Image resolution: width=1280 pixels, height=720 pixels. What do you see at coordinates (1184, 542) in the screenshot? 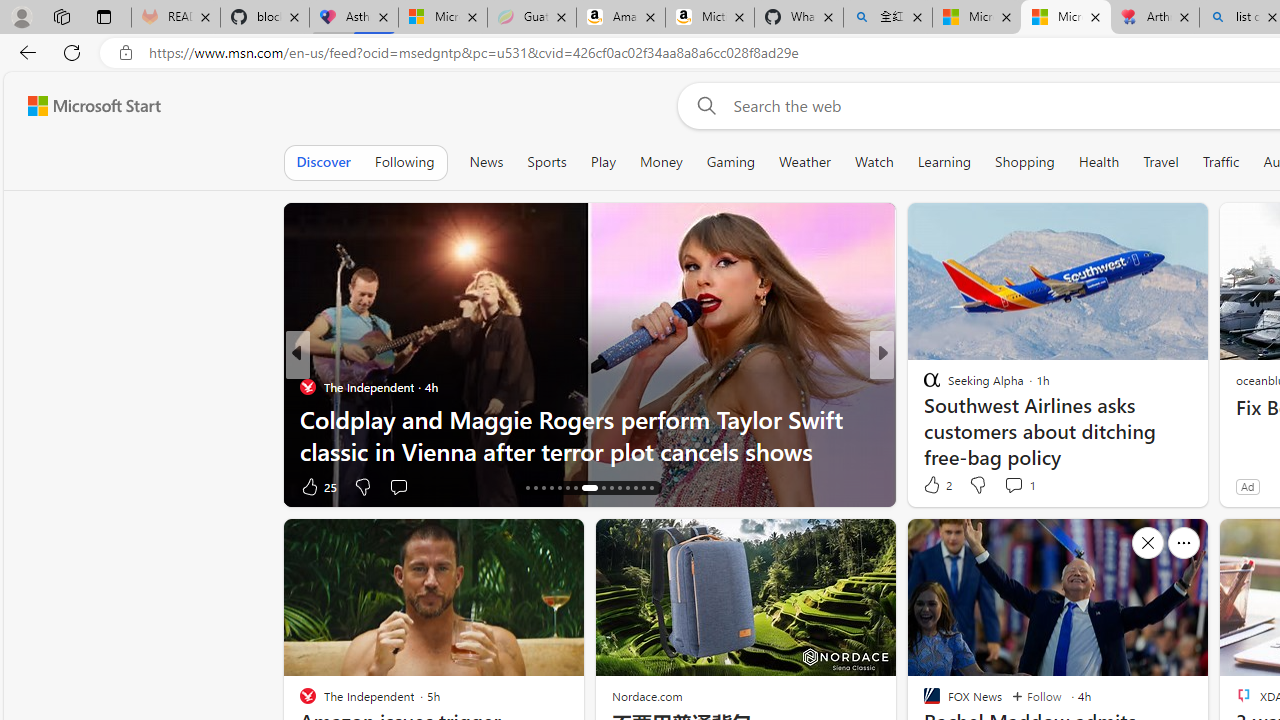
I see `'See more'` at bounding box center [1184, 542].